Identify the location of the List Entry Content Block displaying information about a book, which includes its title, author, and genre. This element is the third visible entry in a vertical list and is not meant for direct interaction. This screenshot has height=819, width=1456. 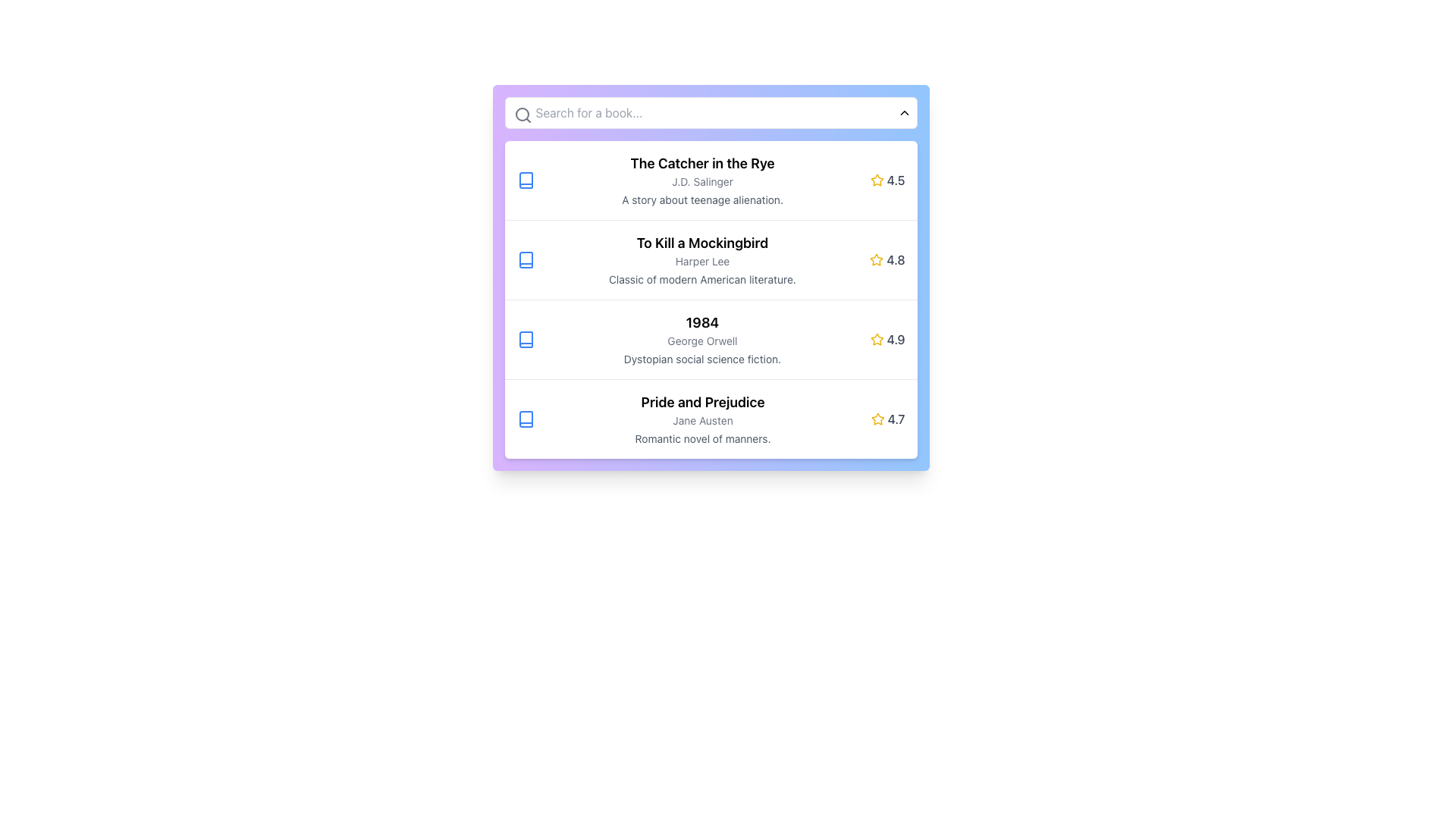
(701, 338).